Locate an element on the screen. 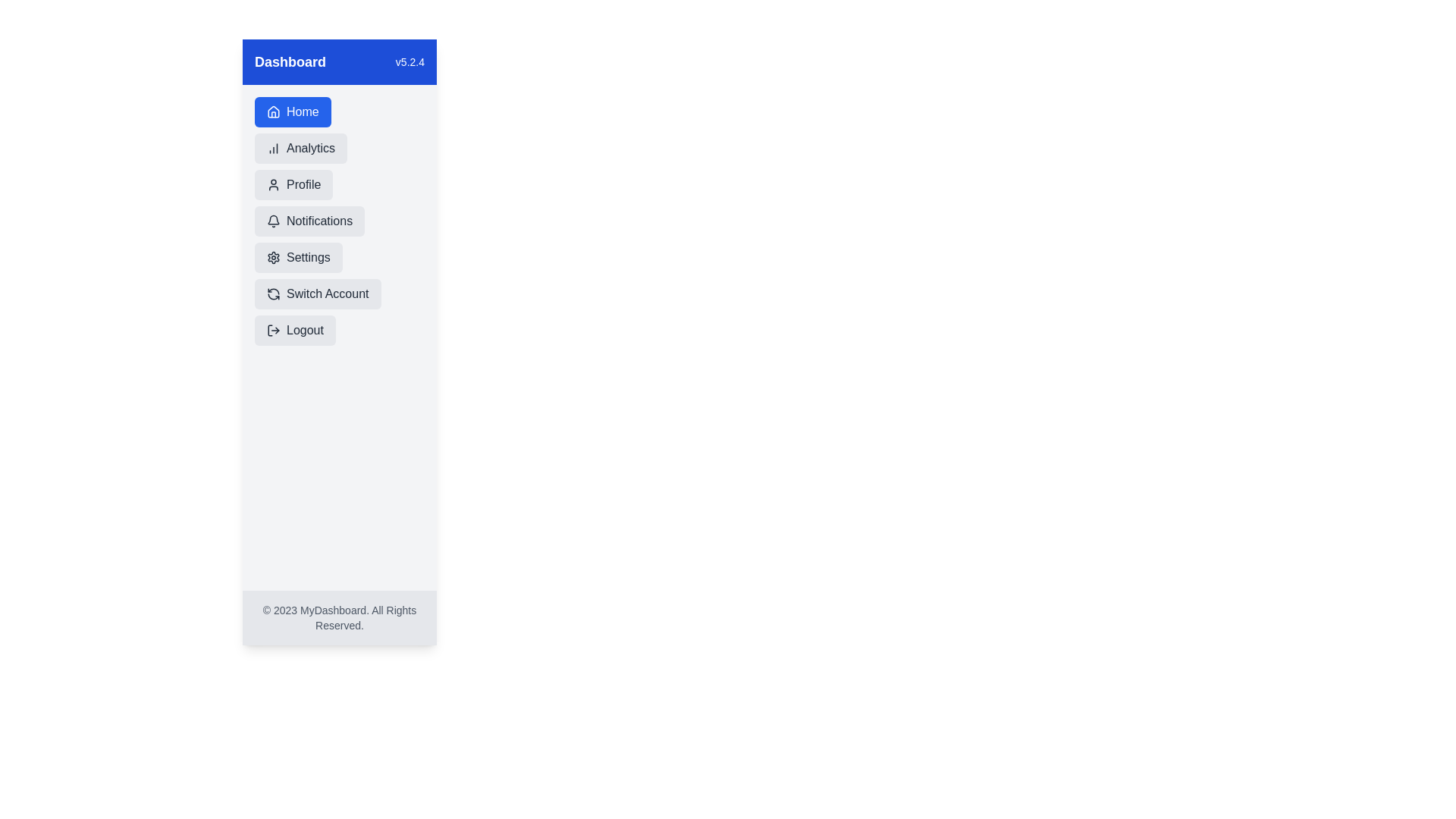 Image resolution: width=1456 pixels, height=819 pixels. the 'Analytics' text label in the left vertical navigation bar is located at coordinates (310, 149).